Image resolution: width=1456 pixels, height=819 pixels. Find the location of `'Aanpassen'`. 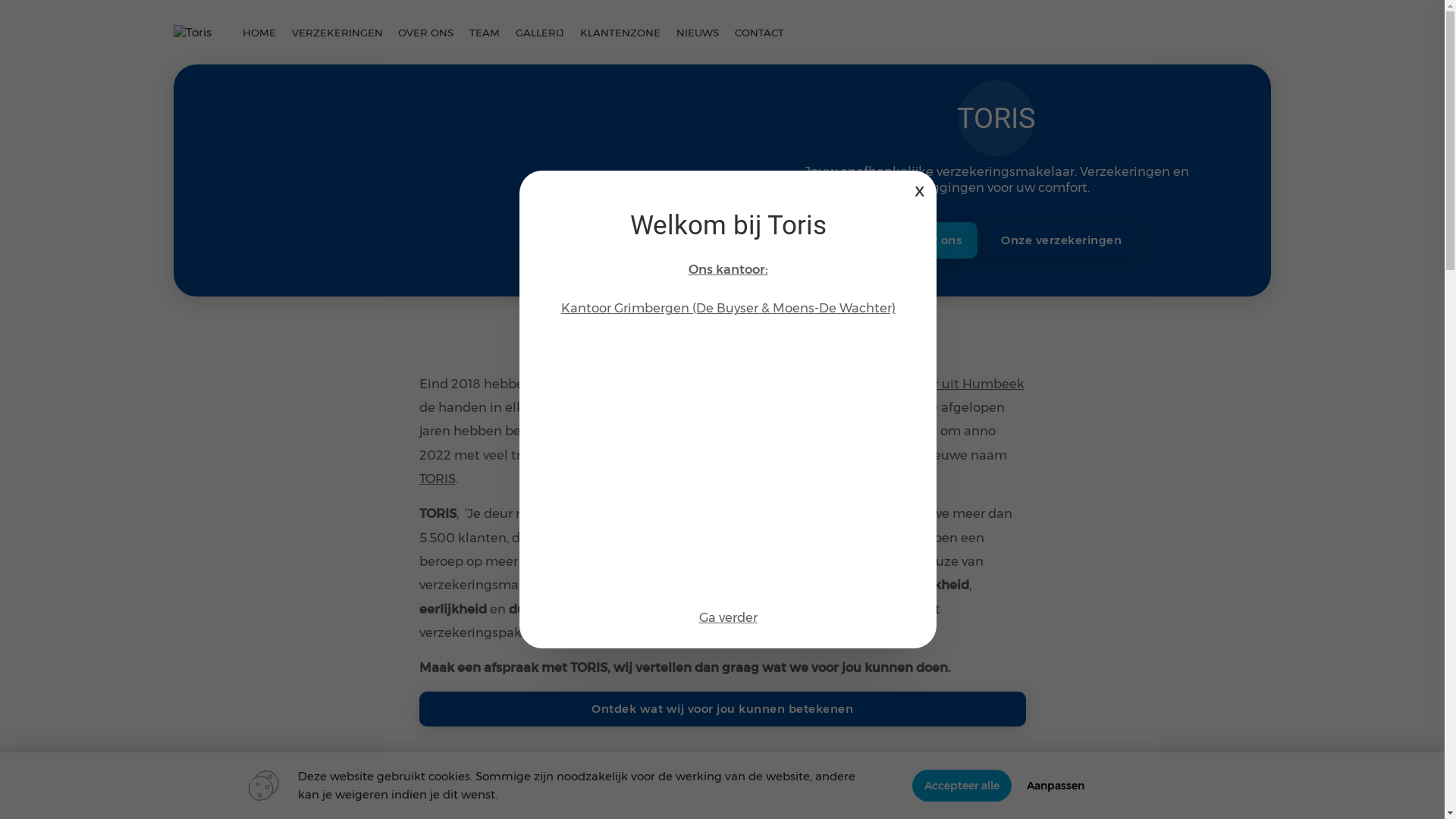

'Aanpassen' is located at coordinates (1055, 785).